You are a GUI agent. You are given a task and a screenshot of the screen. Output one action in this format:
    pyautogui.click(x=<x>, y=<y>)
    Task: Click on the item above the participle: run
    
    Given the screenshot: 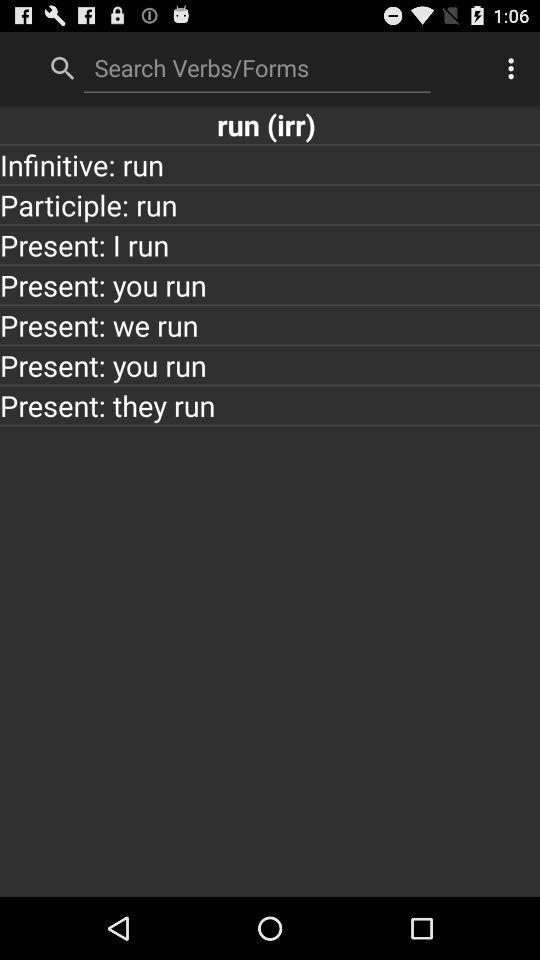 What is the action you would take?
    pyautogui.click(x=270, y=163)
    